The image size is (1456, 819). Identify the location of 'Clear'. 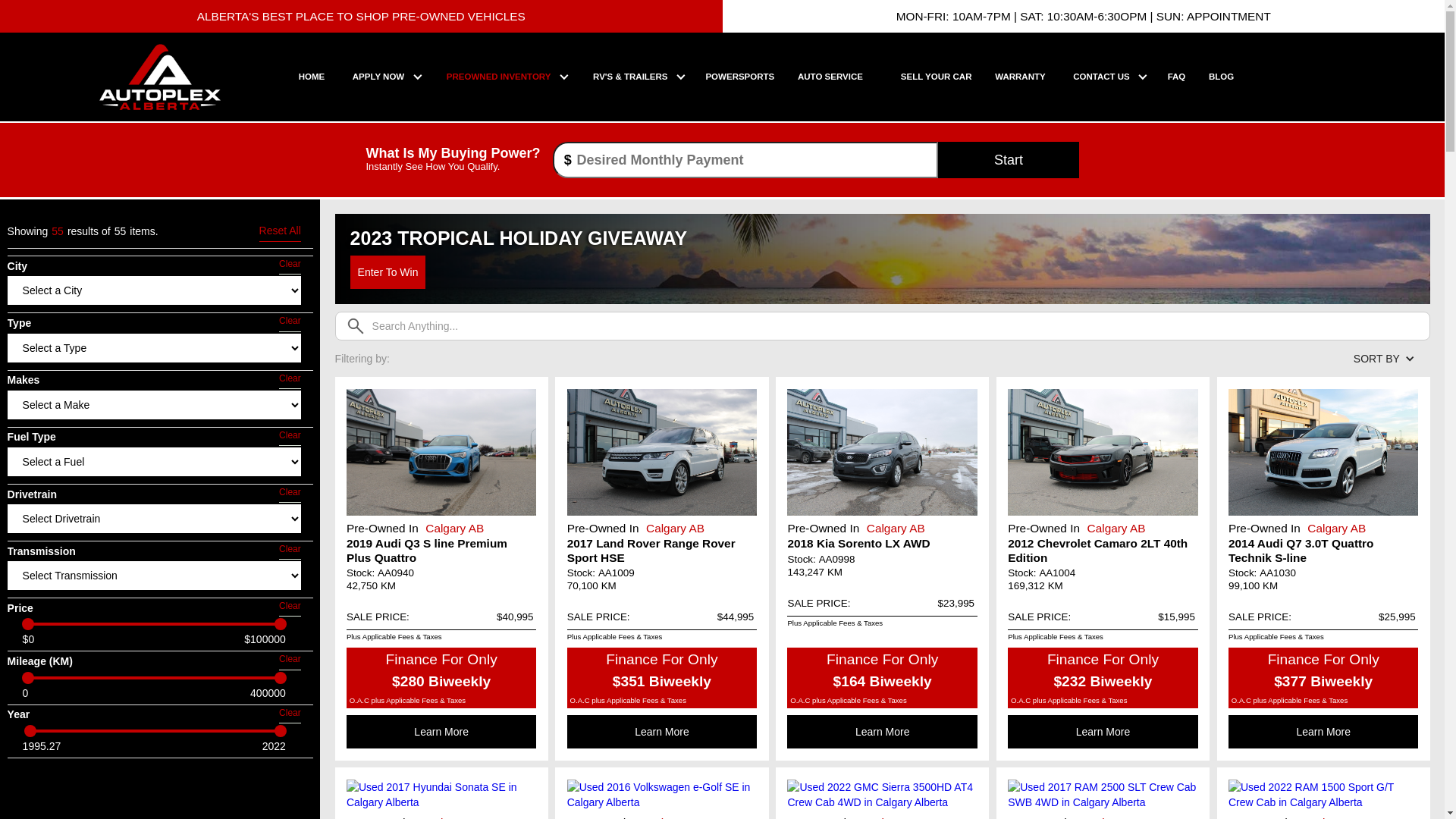
(290, 265).